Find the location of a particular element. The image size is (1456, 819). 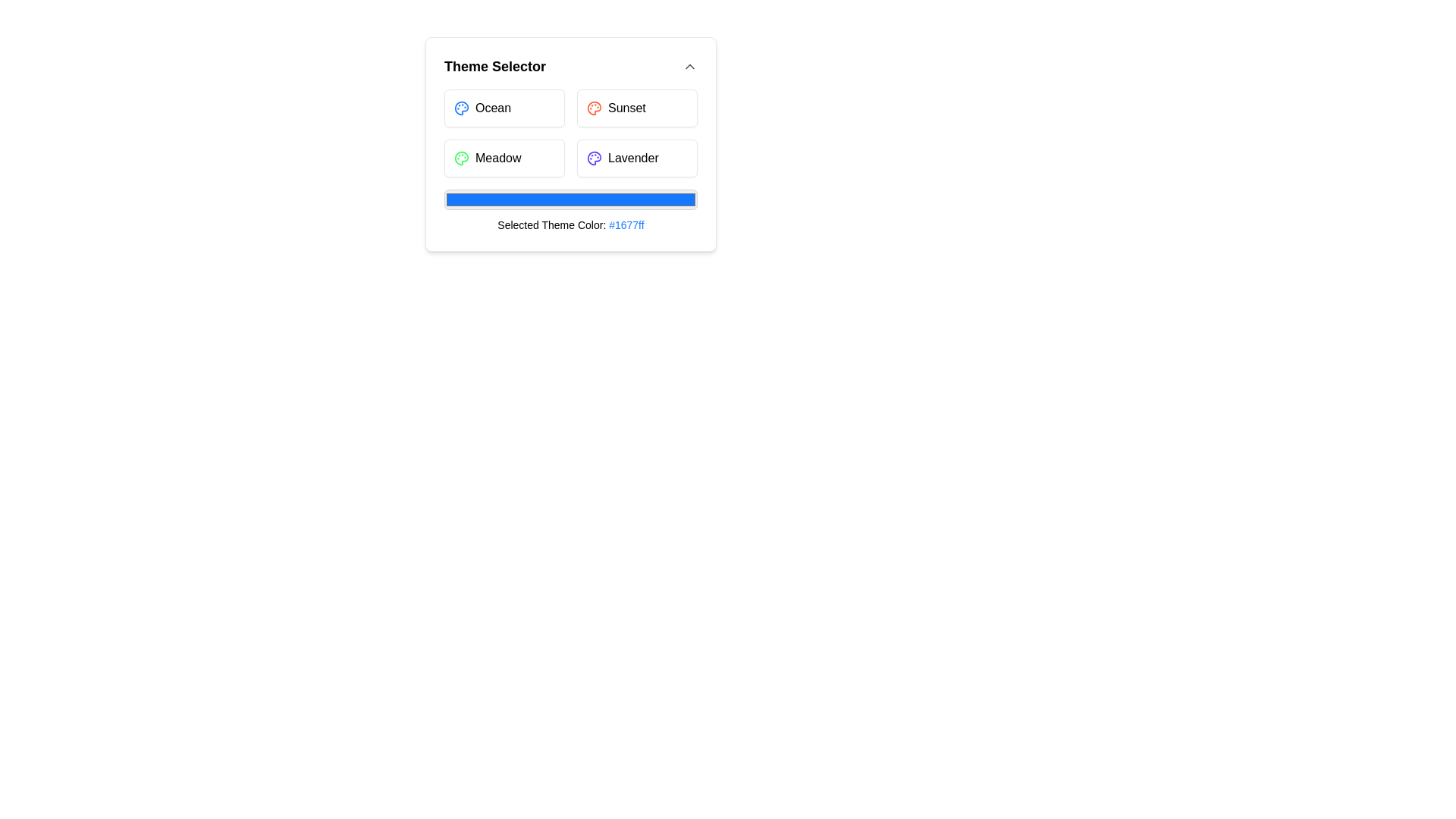

the Static Text Label that reads 'Selected Theme Color: #1677ff', which is centrally aligned below the blue color selection box is located at coordinates (570, 211).